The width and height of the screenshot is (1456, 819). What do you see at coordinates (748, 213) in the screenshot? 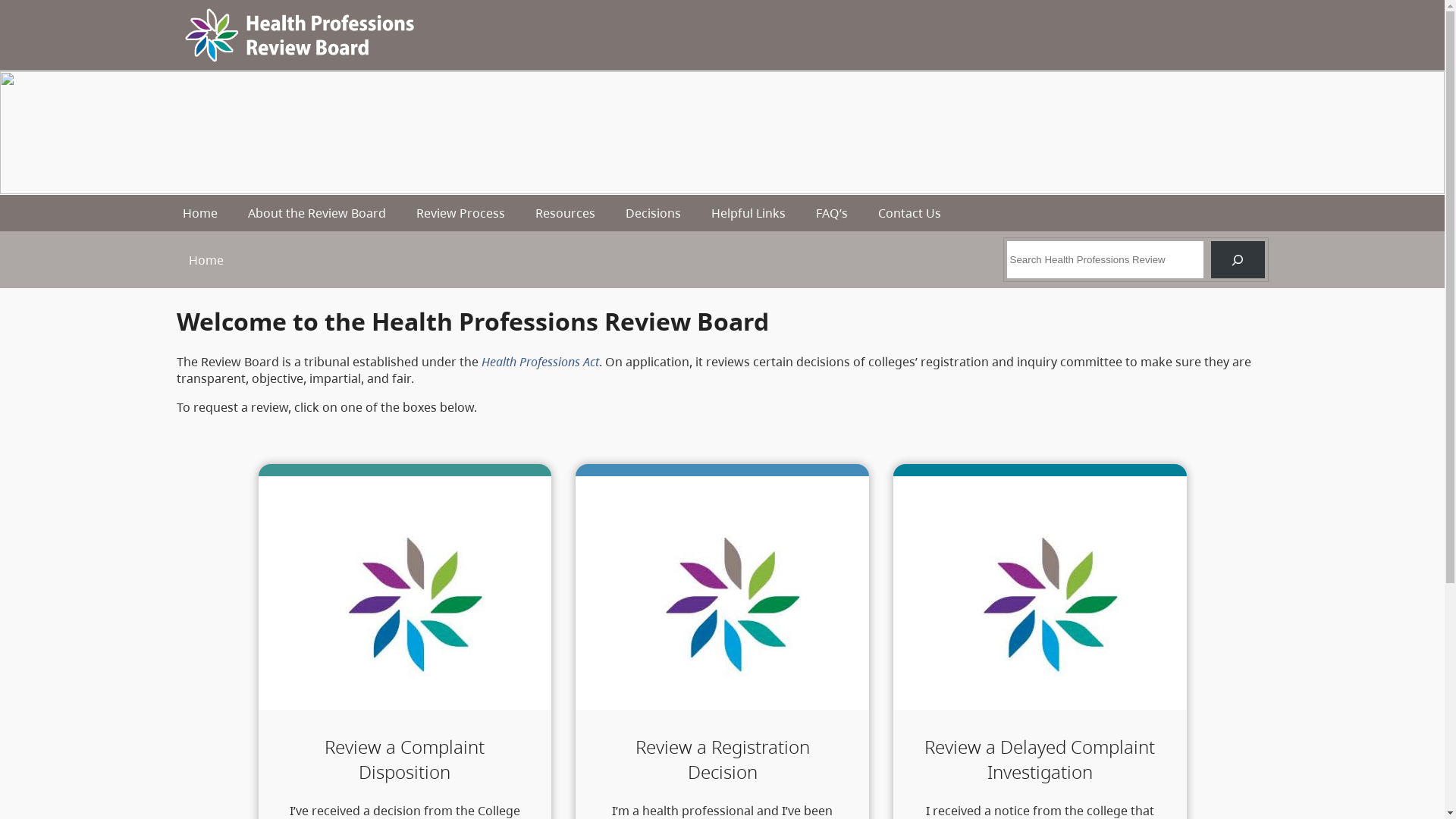
I see `'Helpful Links'` at bounding box center [748, 213].